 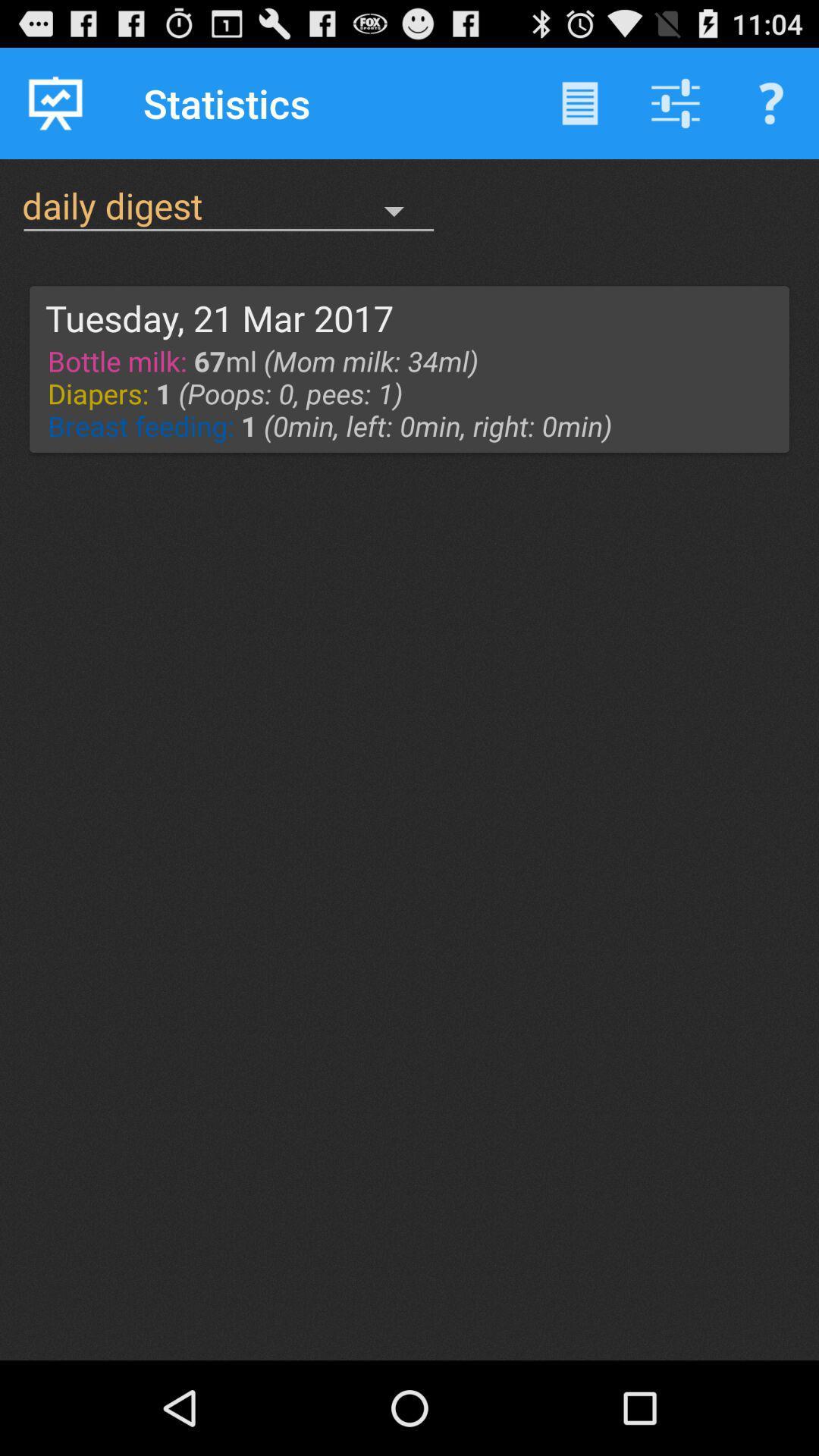 What do you see at coordinates (219, 317) in the screenshot?
I see `the app below the daily digest item` at bounding box center [219, 317].